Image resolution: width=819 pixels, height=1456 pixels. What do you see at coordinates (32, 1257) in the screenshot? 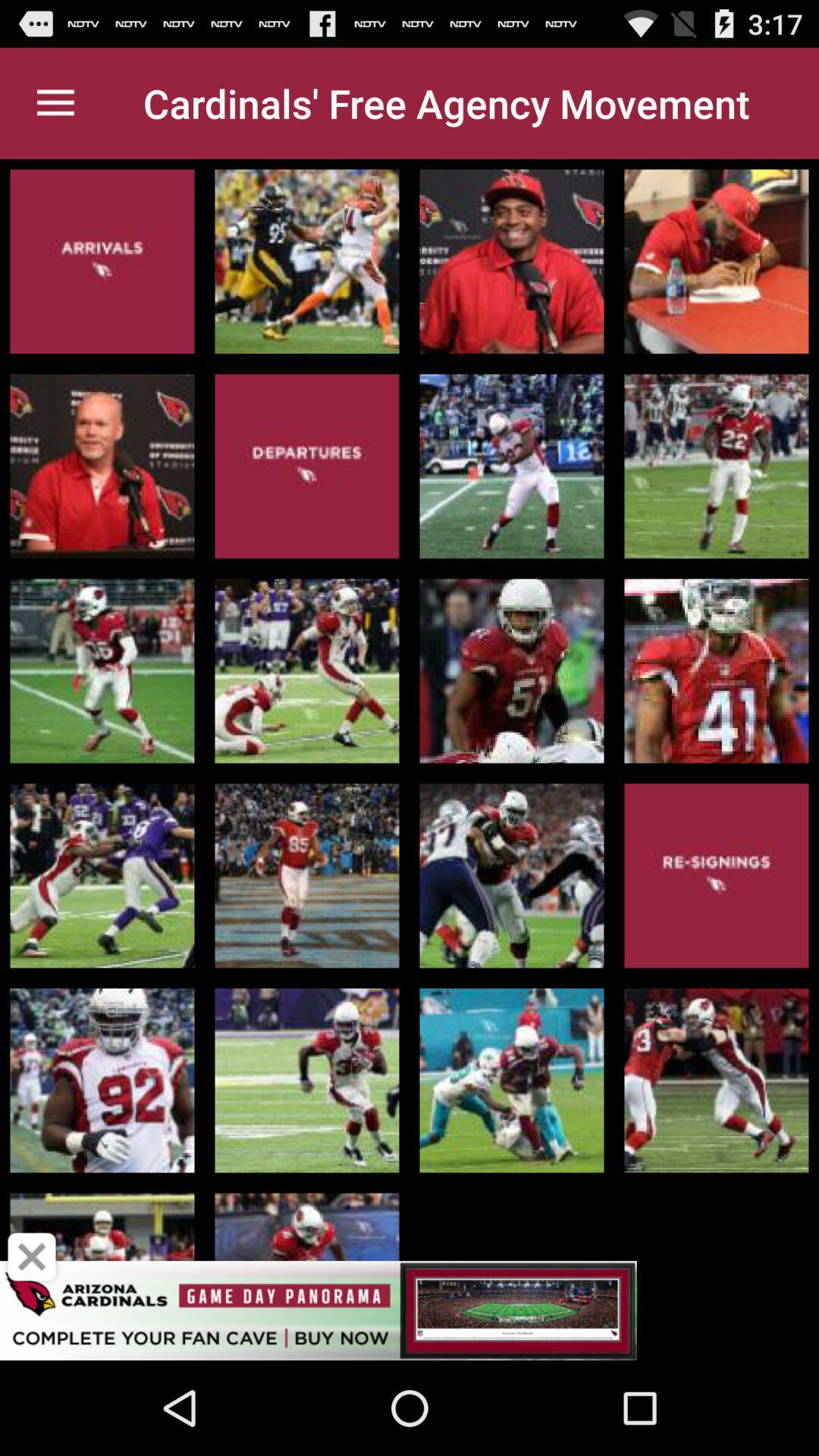
I see `close` at bounding box center [32, 1257].